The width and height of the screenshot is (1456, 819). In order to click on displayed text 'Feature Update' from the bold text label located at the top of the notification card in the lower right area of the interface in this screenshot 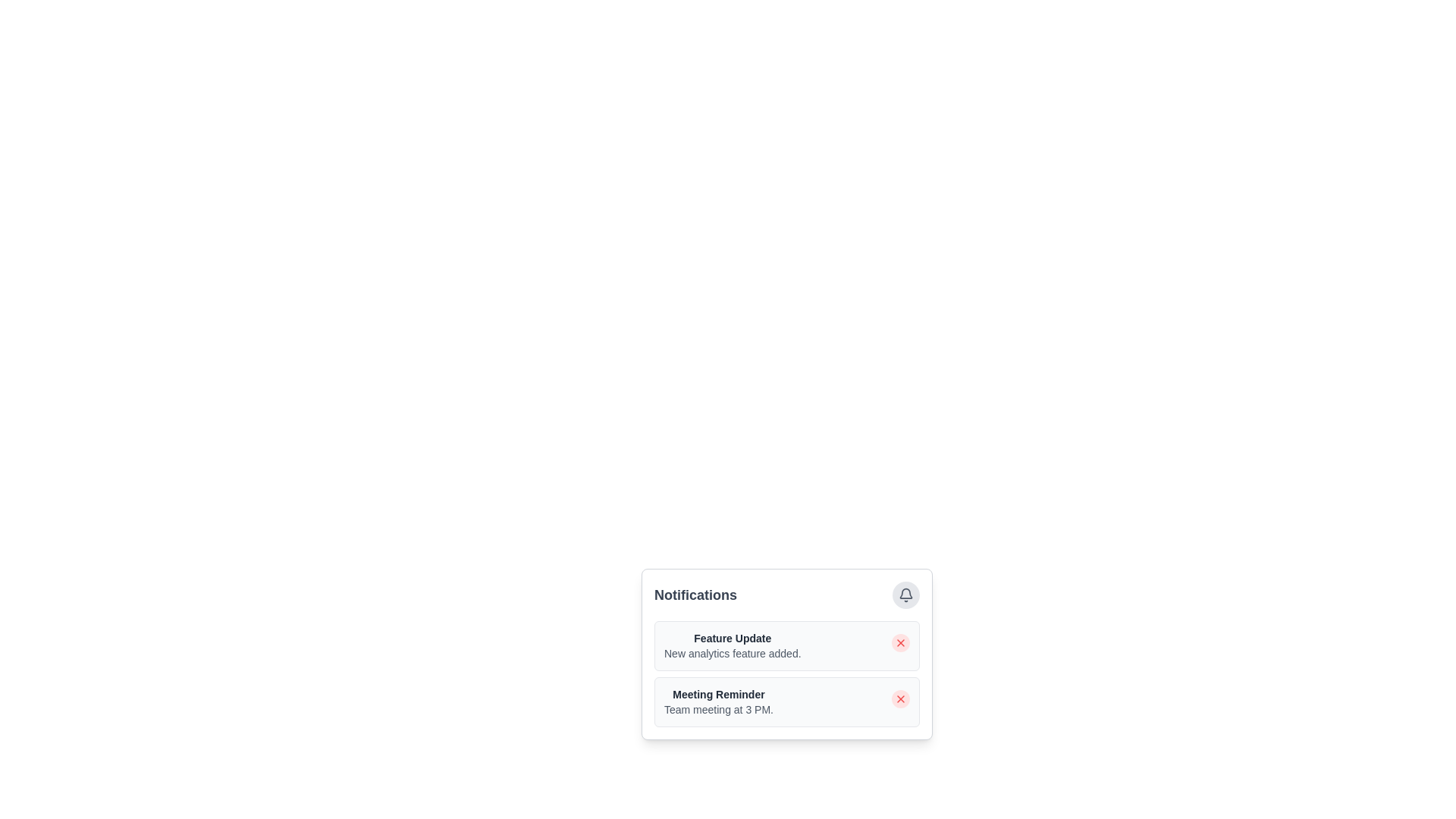, I will do `click(733, 638)`.